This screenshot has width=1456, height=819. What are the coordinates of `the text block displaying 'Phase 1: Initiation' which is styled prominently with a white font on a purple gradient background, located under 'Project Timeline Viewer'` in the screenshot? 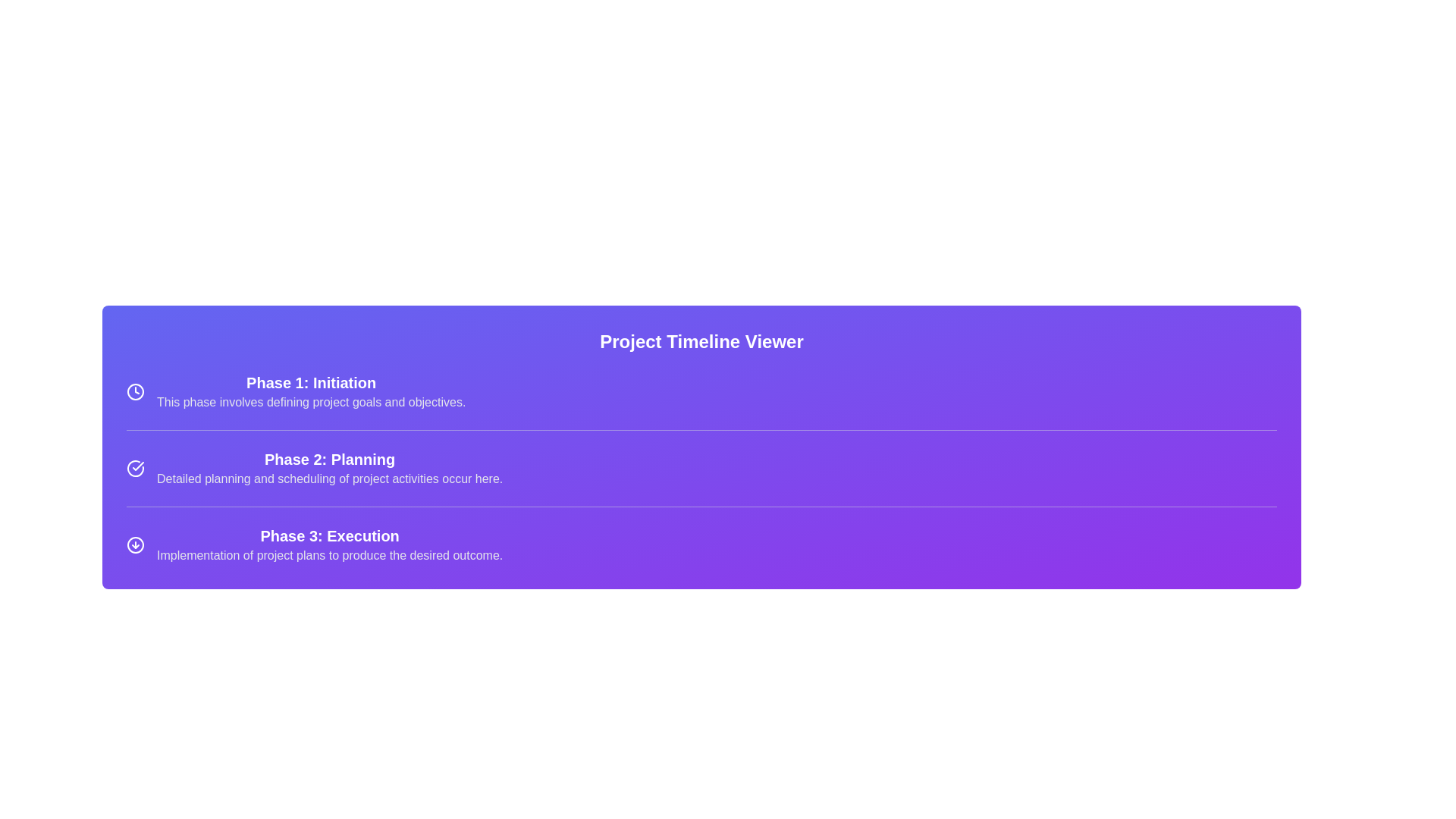 It's located at (310, 391).